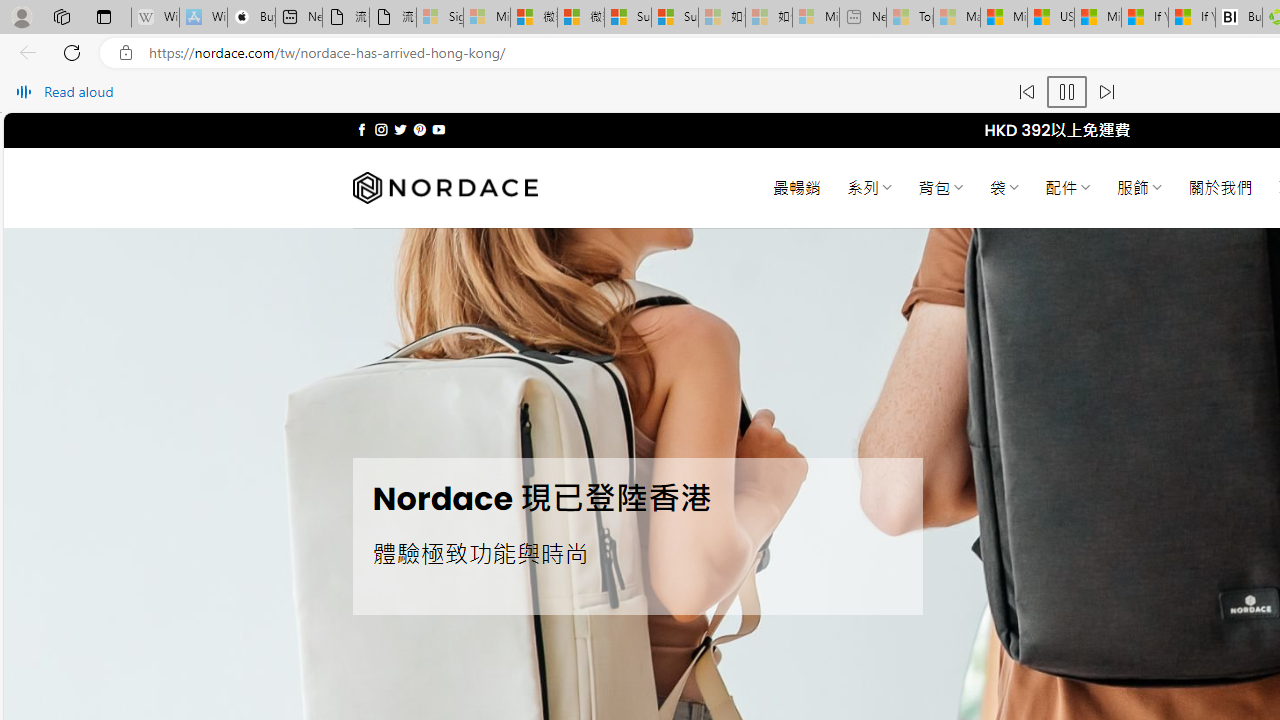 Image resolution: width=1280 pixels, height=720 pixels. Describe the element at coordinates (1104, 92) in the screenshot. I see `'Read next paragraph'` at that location.